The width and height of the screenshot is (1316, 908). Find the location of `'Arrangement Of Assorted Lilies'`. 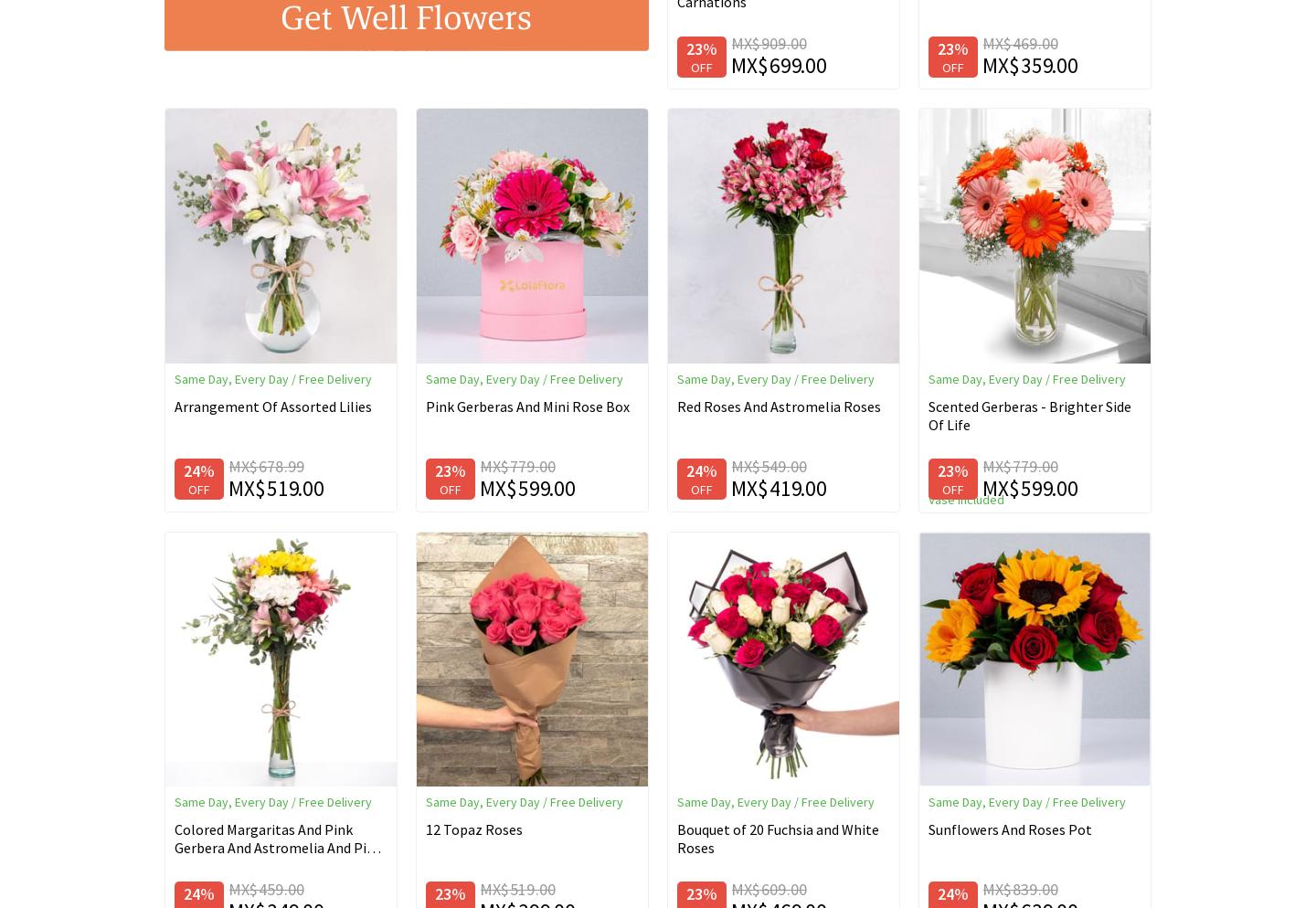

'Arrangement Of Assorted Lilies' is located at coordinates (271, 406).